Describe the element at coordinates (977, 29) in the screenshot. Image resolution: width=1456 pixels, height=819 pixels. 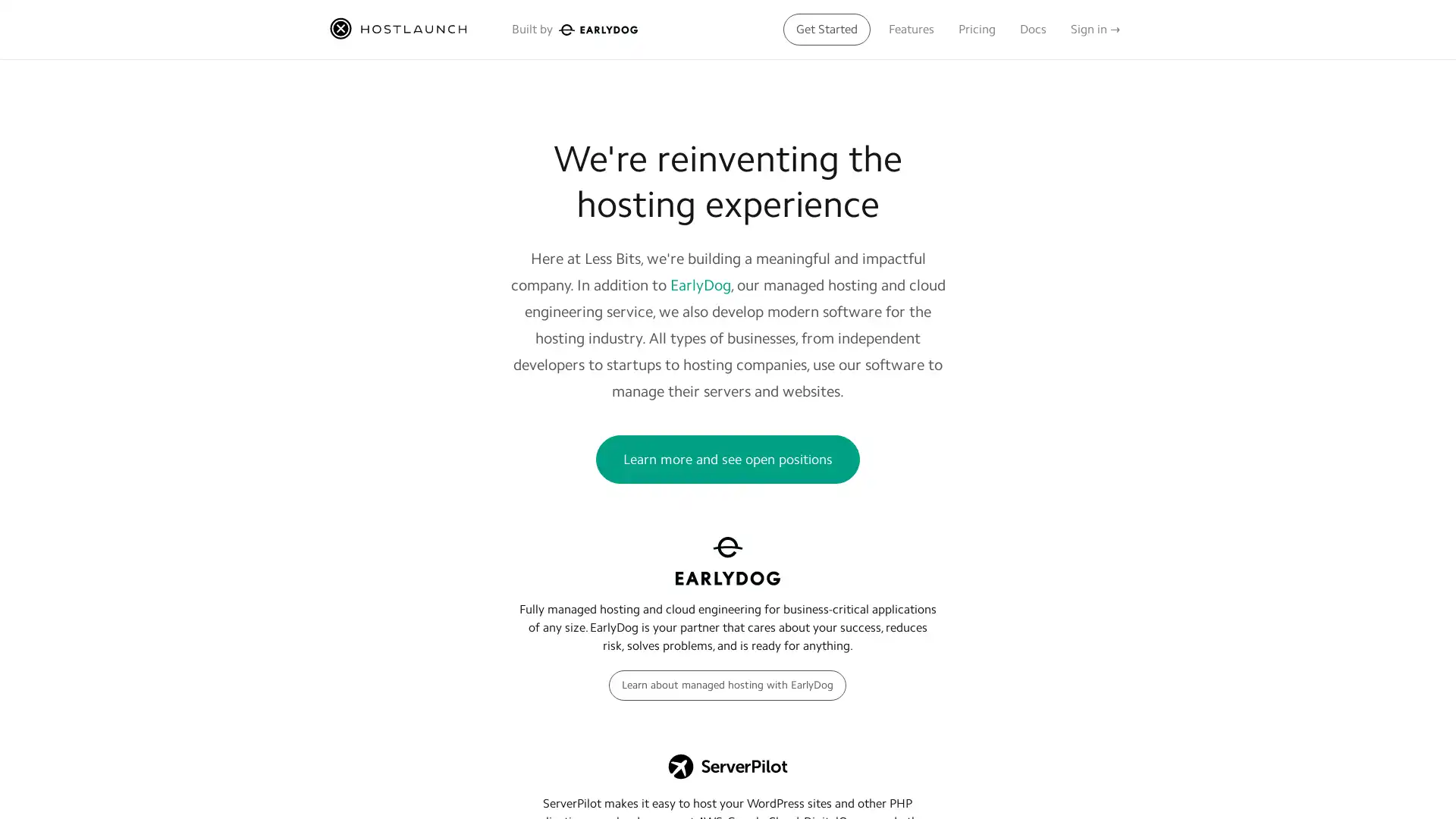
I see `Pricing` at that location.